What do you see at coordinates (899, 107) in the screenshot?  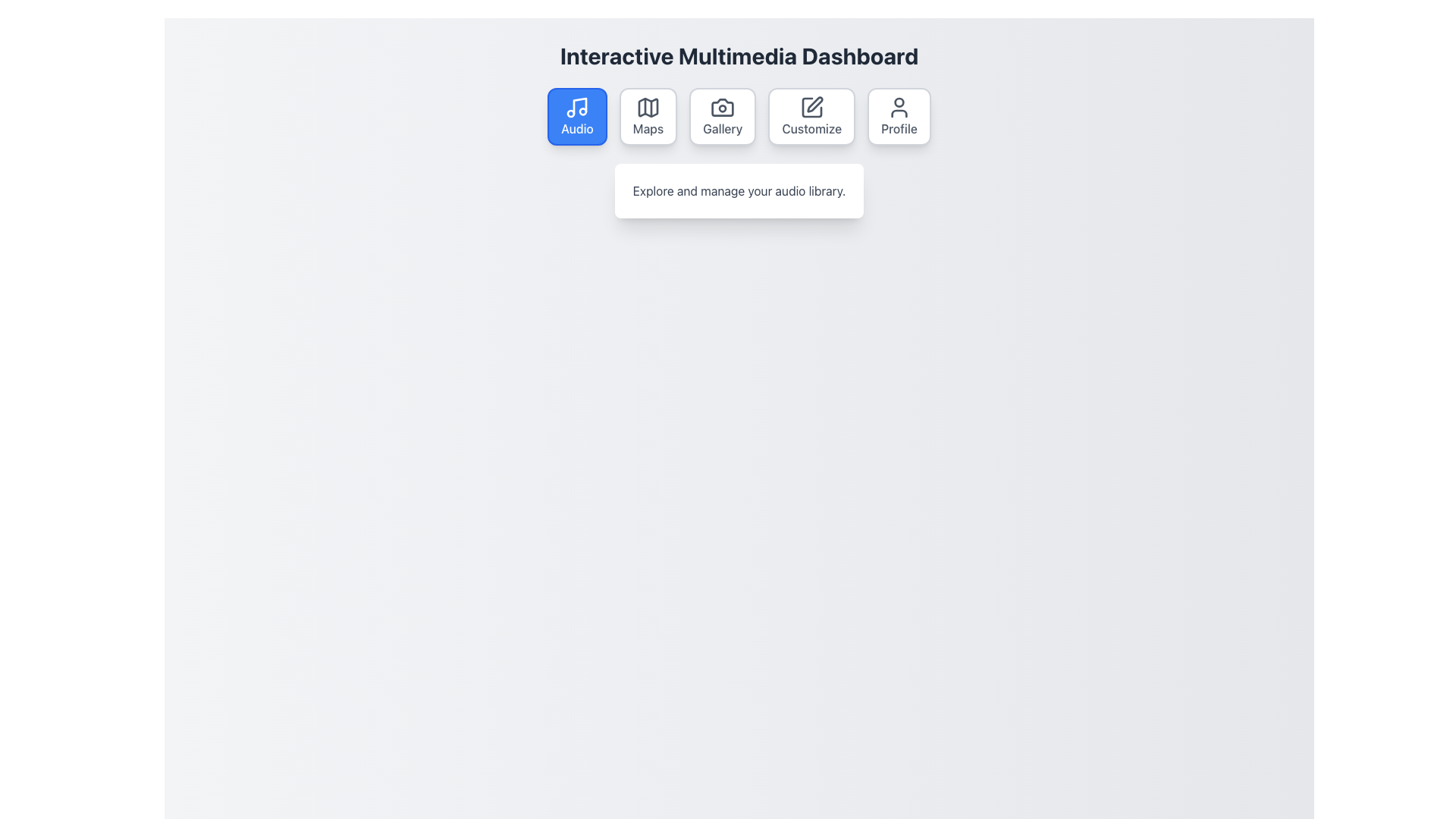 I see `the 'Profile' button by clicking the user profile SVG icon, which is a circular head and shoulders outline located at the top-right of the interface` at bounding box center [899, 107].